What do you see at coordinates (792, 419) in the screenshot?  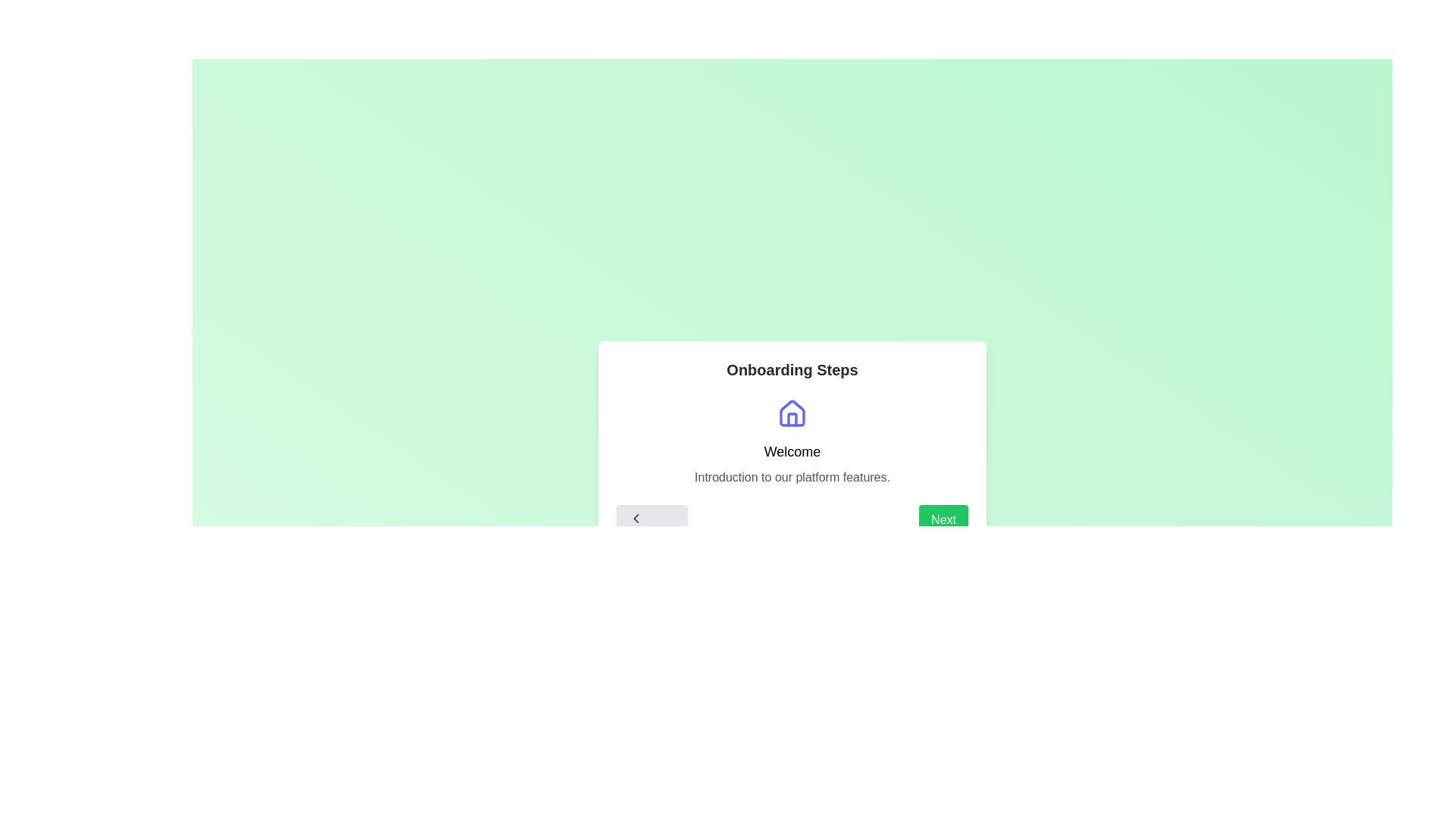 I see `the house icon represented by a vertical rectangle shape centrally located within the 'Onboarding Steps' card` at bounding box center [792, 419].